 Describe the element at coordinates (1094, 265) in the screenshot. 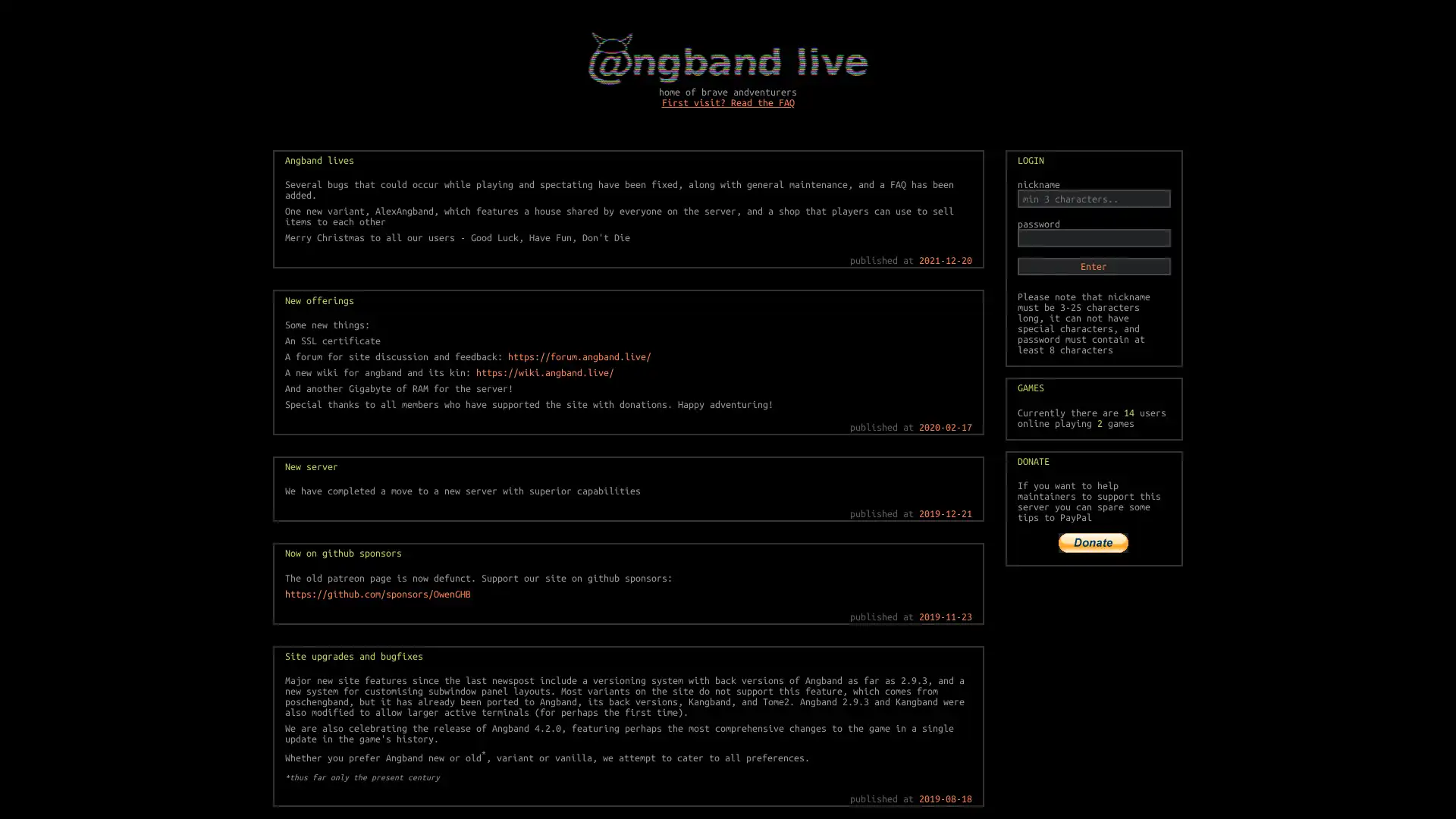

I see `Enter` at that location.